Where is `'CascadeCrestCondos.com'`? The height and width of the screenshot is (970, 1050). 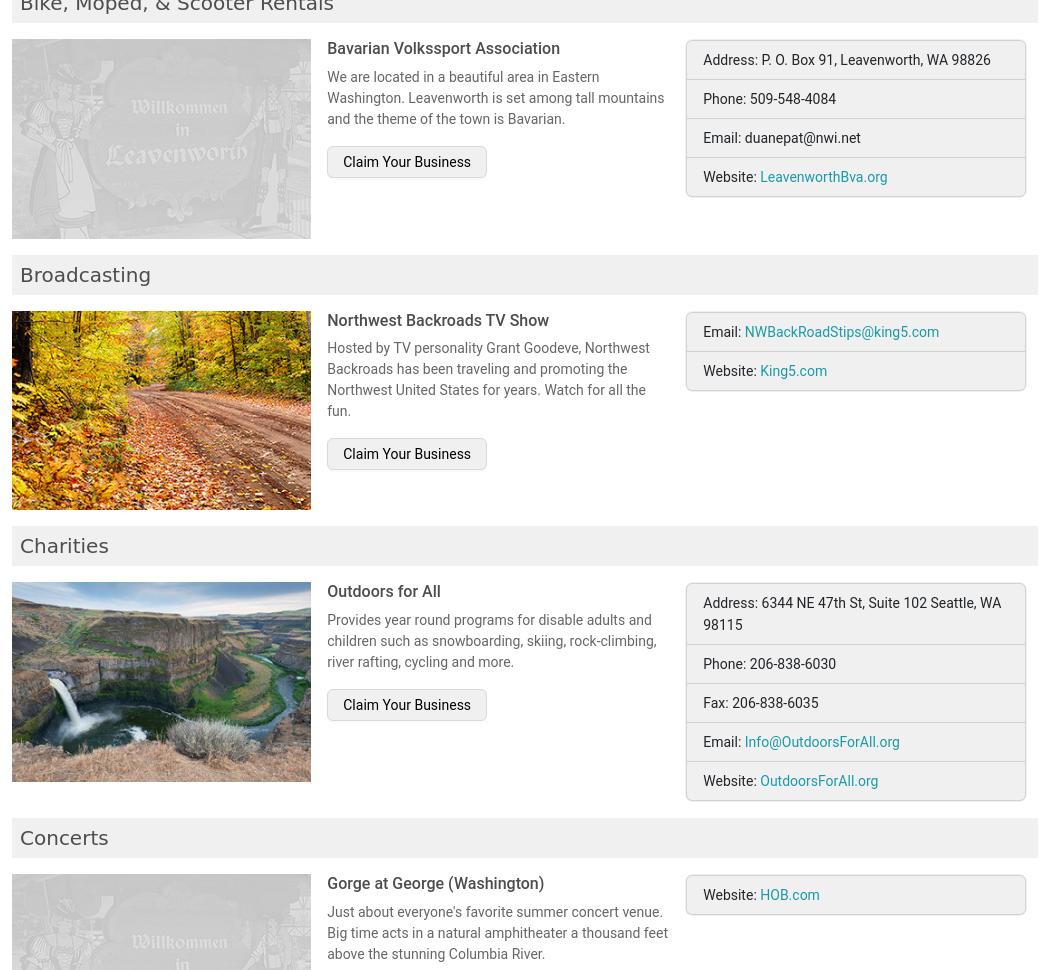 'CascadeCrestCondos.com' is located at coordinates (614, 246).